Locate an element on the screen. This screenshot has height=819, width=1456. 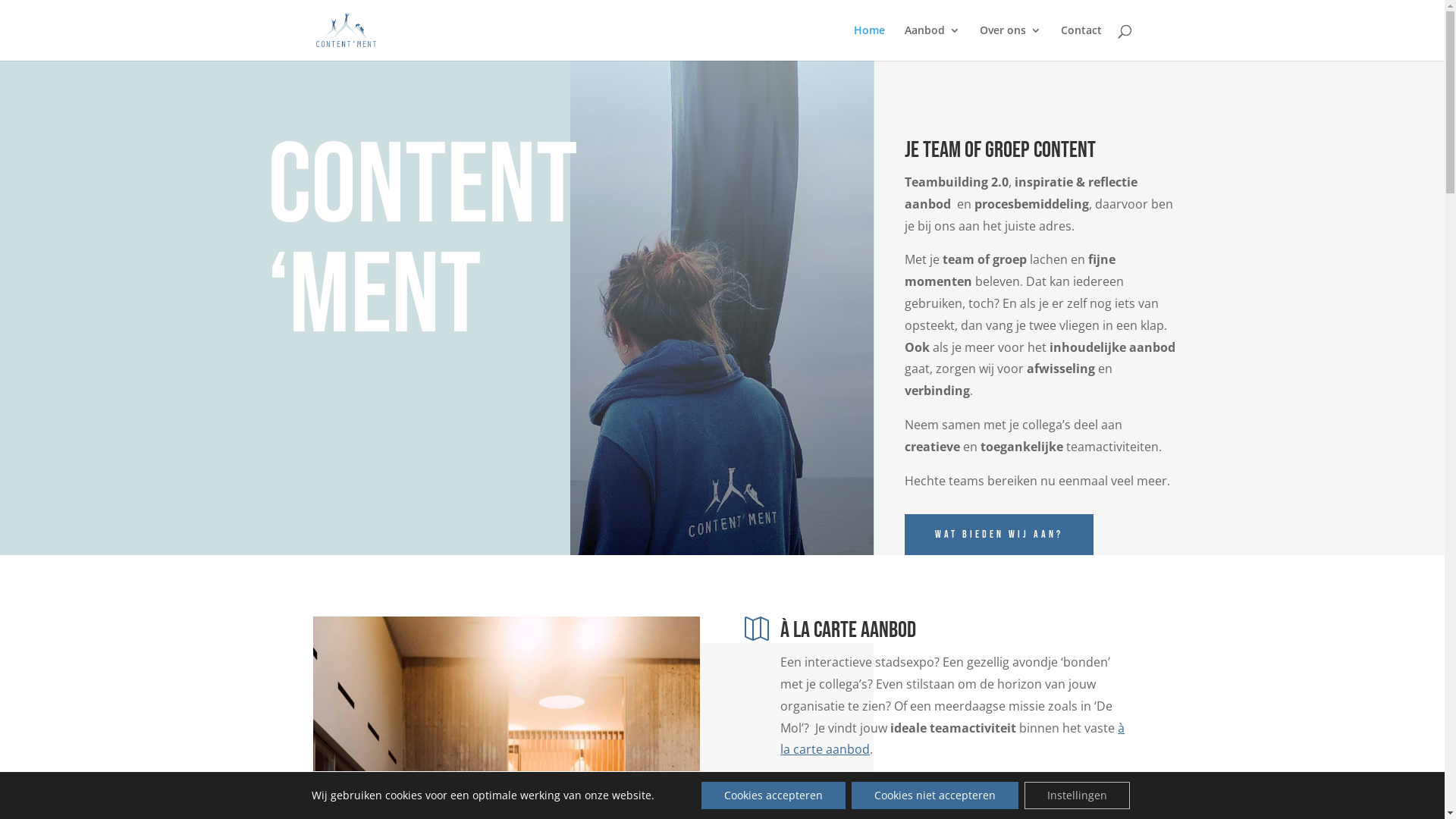
'Home' is located at coordinates (869, 42).